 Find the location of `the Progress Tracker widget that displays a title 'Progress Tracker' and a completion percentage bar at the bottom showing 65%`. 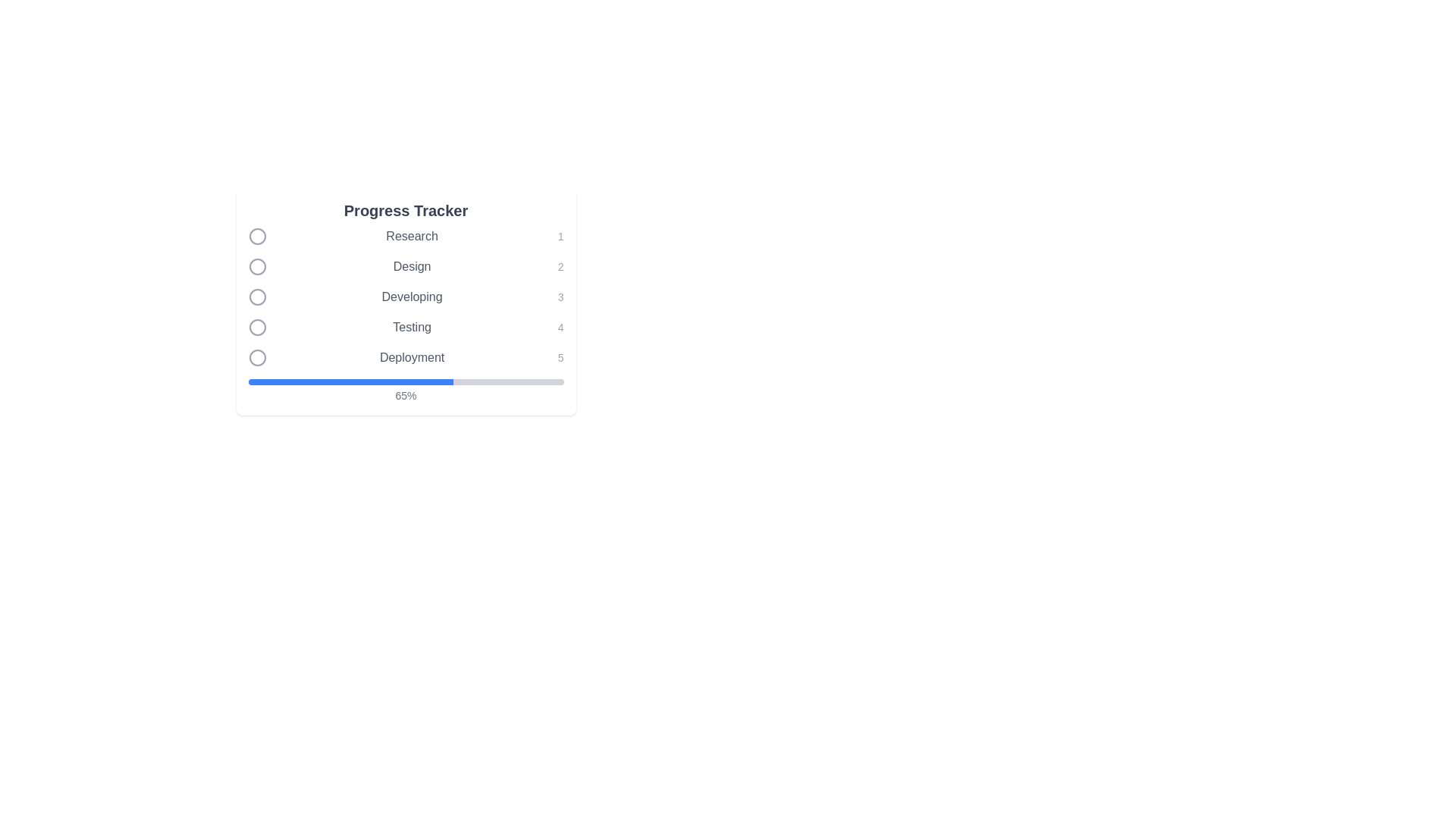

the Progress Tracker widget that displays a title 'Progress Tracker' and a completion percentage bar at the bottom showing 65% is located at coordinates (406, 301).